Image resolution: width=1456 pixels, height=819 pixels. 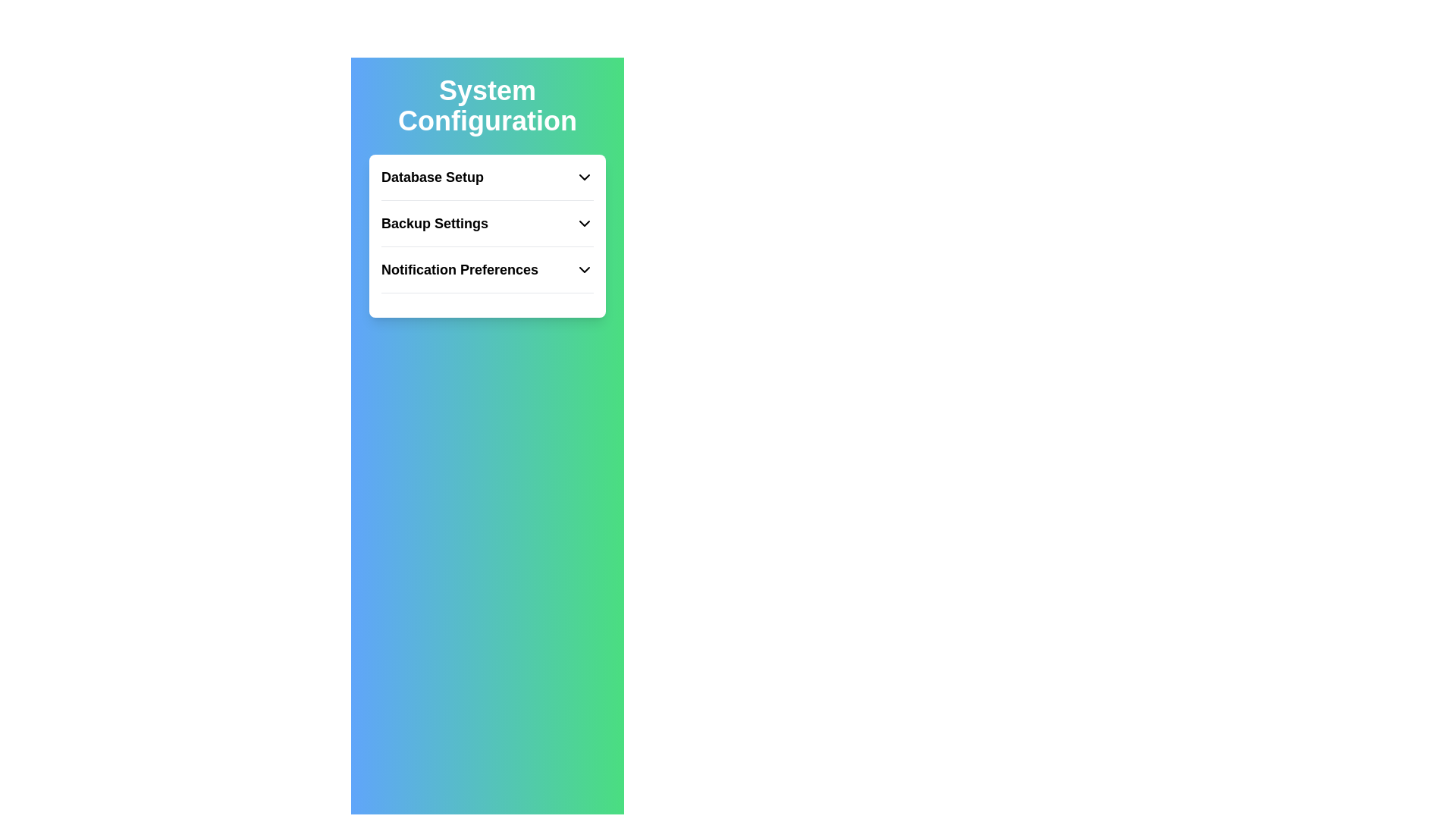 I want to click on the Dropdown indicator icon located at the far right of the 'Database Setup' section, so click(x=584, y=177).